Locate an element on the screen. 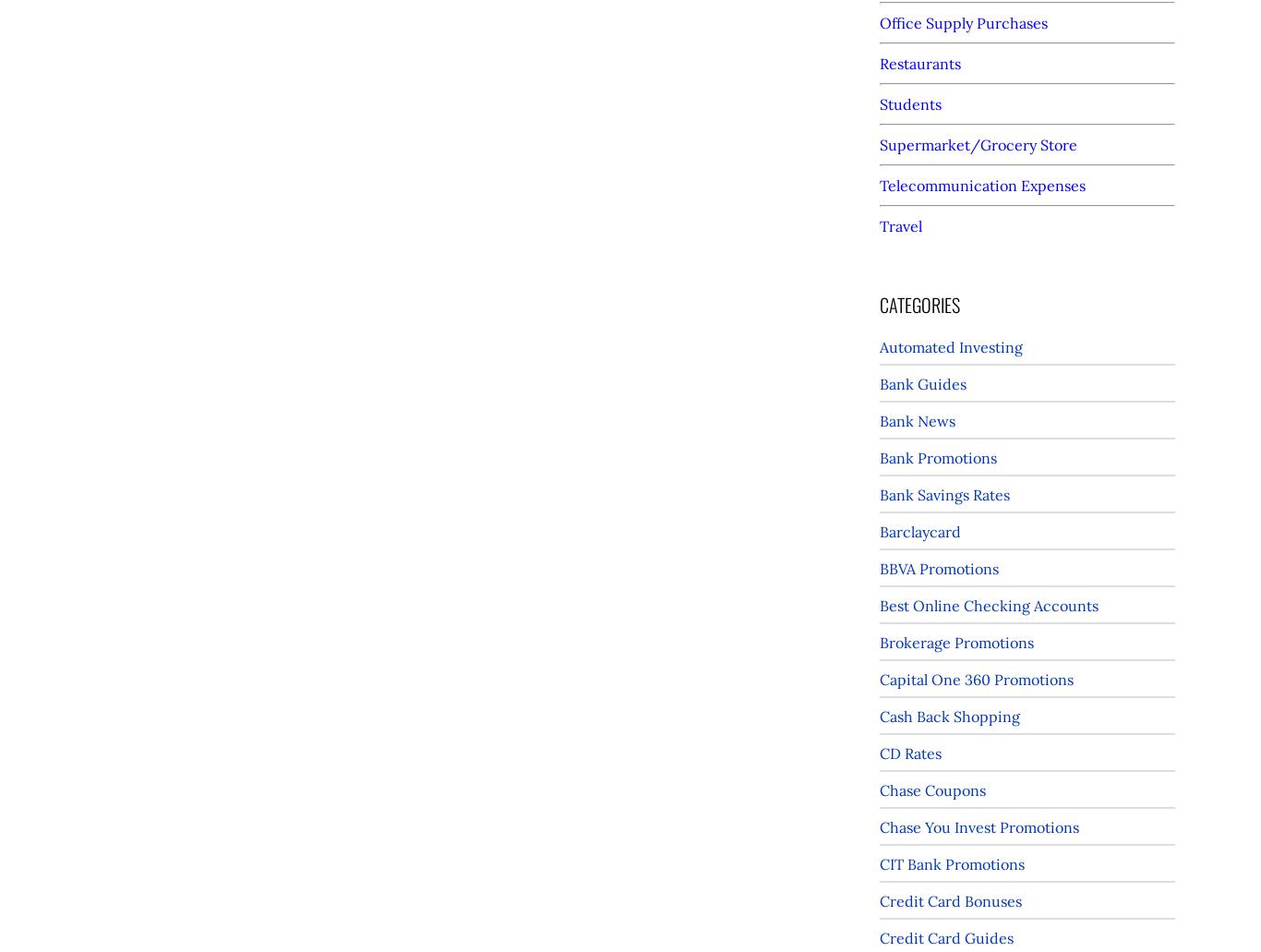  'Best Online Checking Accounts' is located at coordinates (880, 606).